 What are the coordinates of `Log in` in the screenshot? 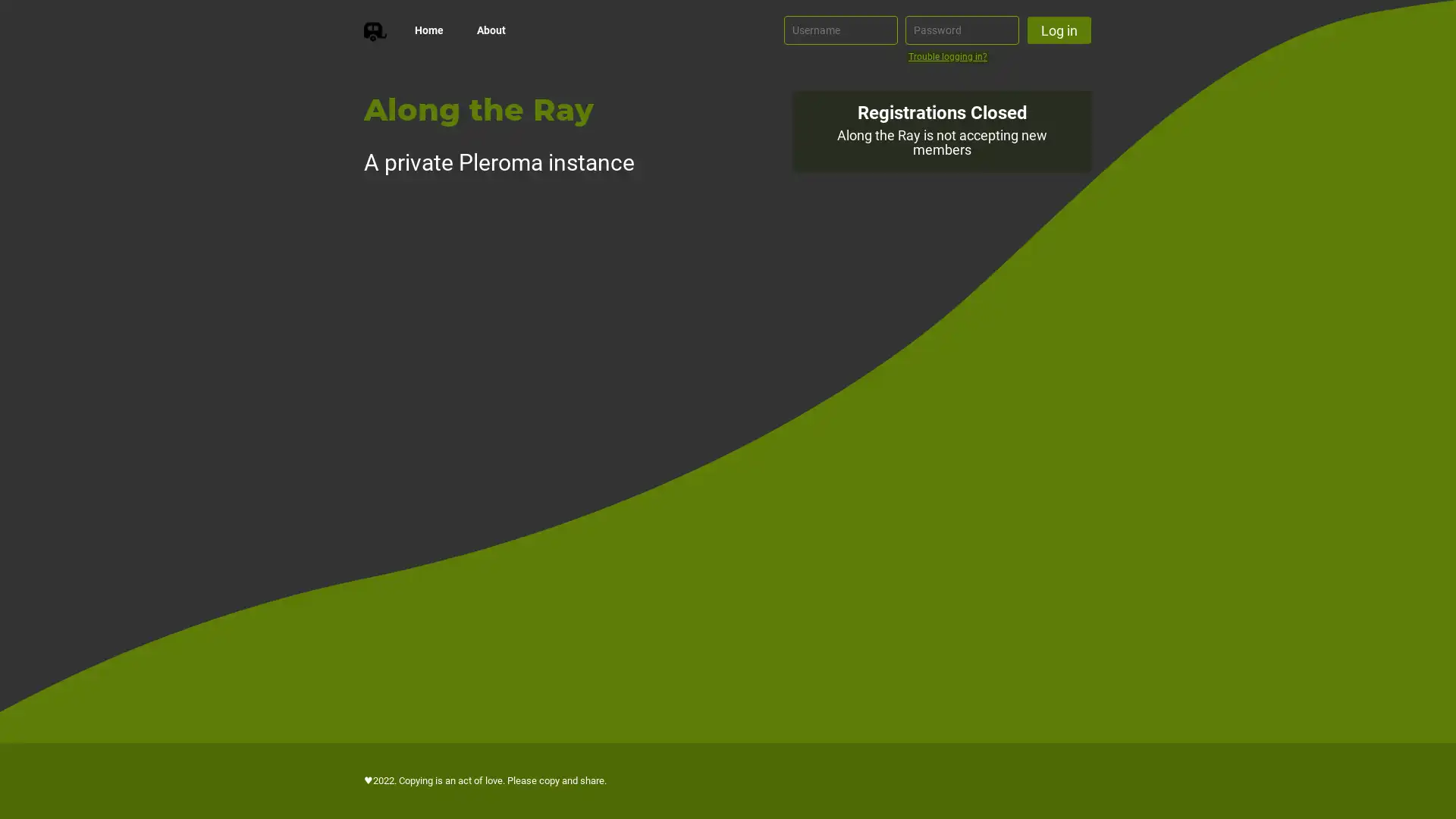 It's located at (1058, 30).